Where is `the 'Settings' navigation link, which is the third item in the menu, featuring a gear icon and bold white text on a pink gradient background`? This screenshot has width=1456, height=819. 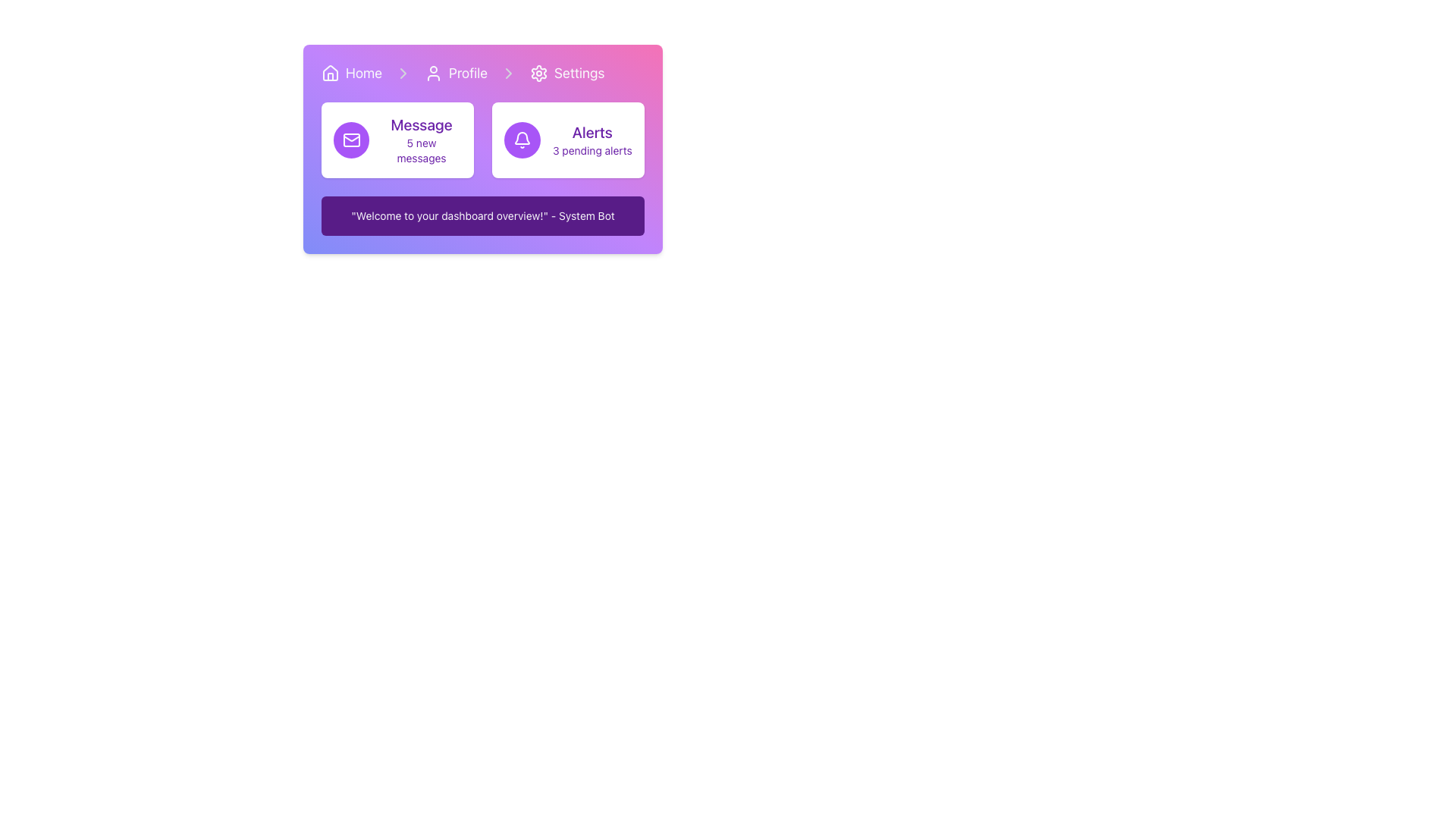 the 'Settings' navigation link, which is the third item in the menu, featuring a gear icon and bold white text on a pink gradient background is located at coordinates (566, 73).